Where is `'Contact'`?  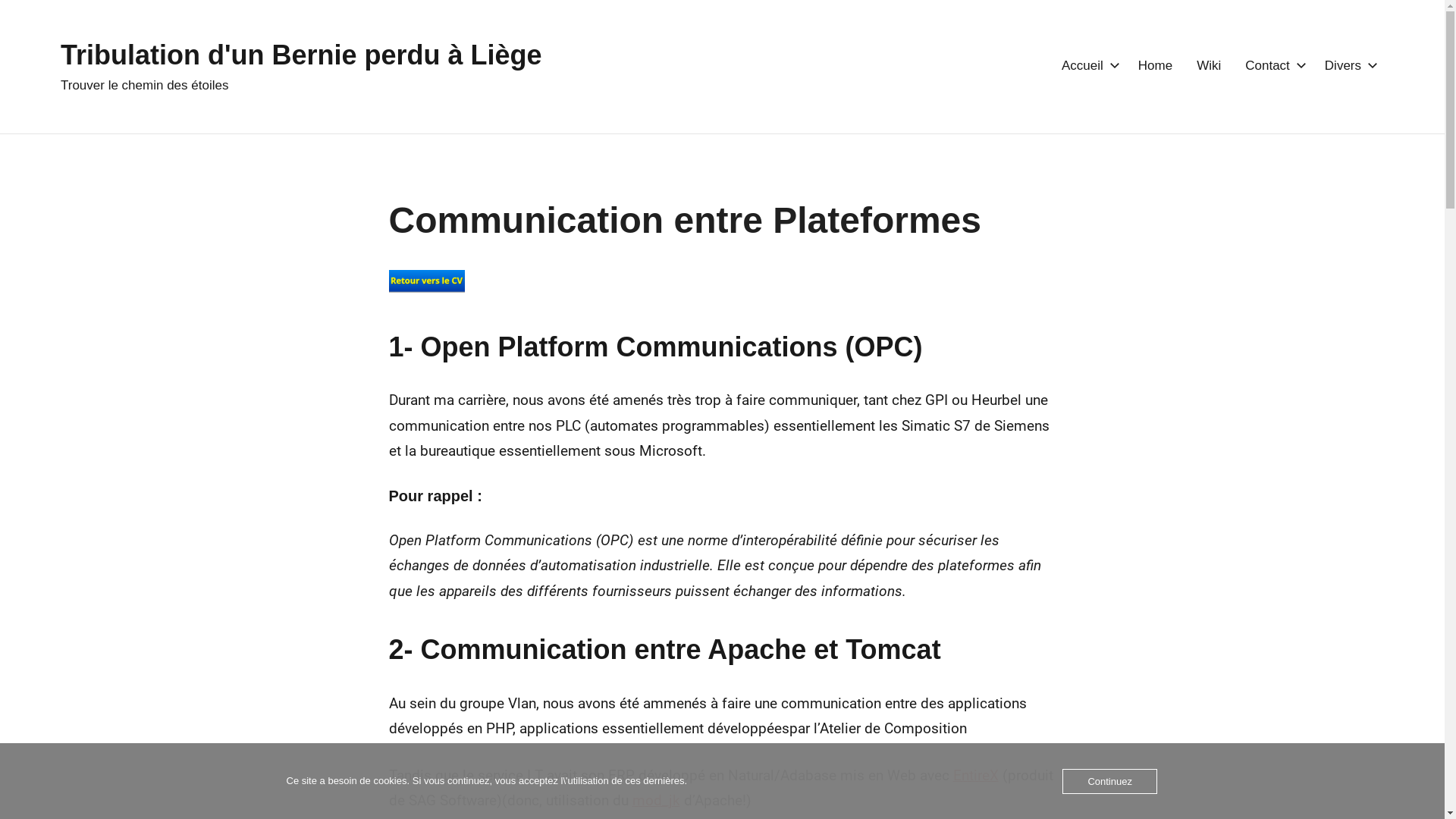
'Contact' is located at coordinates (1244, 65).